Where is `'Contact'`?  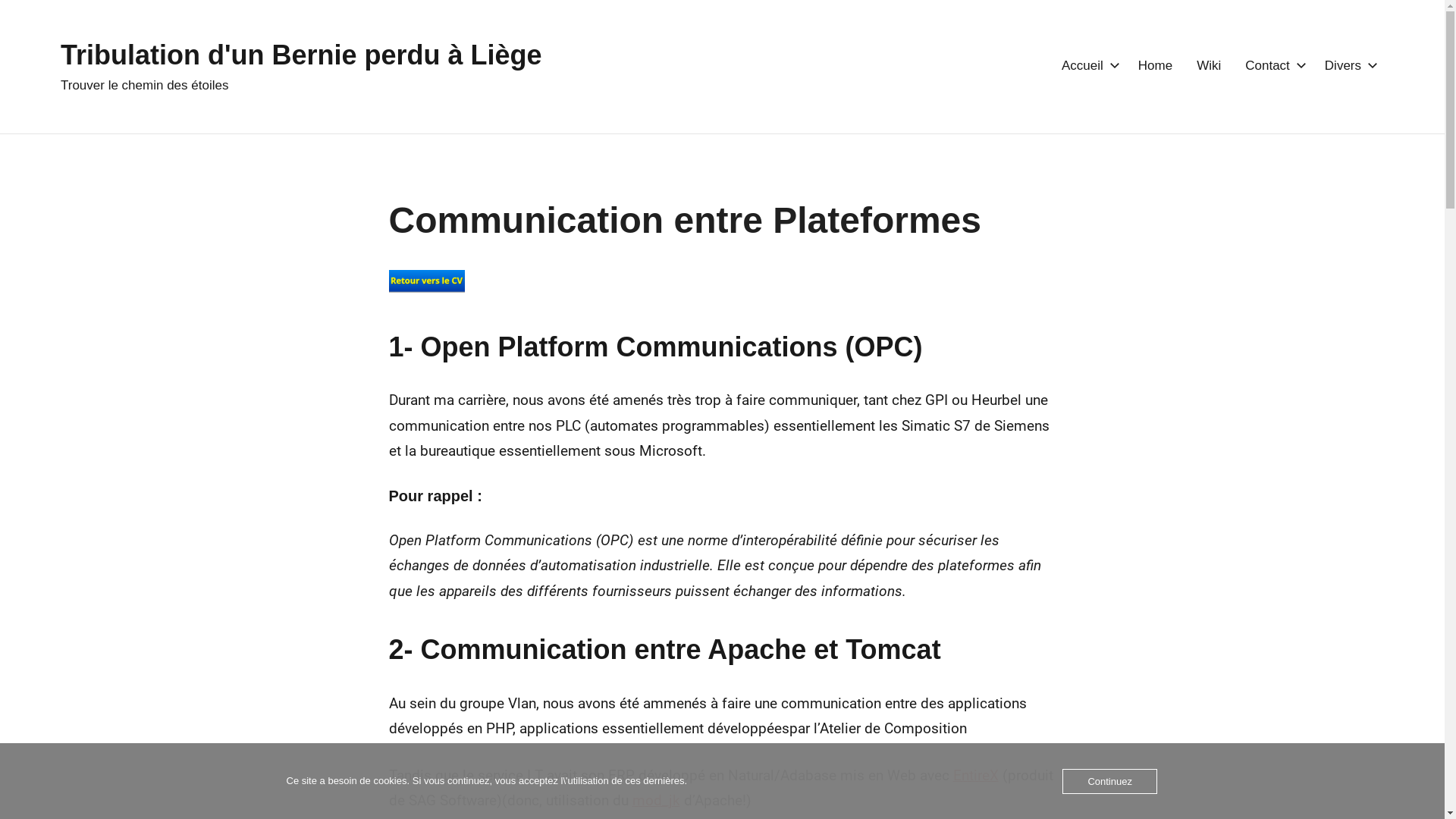
'Contact' is located at coordinates (1244, 65).